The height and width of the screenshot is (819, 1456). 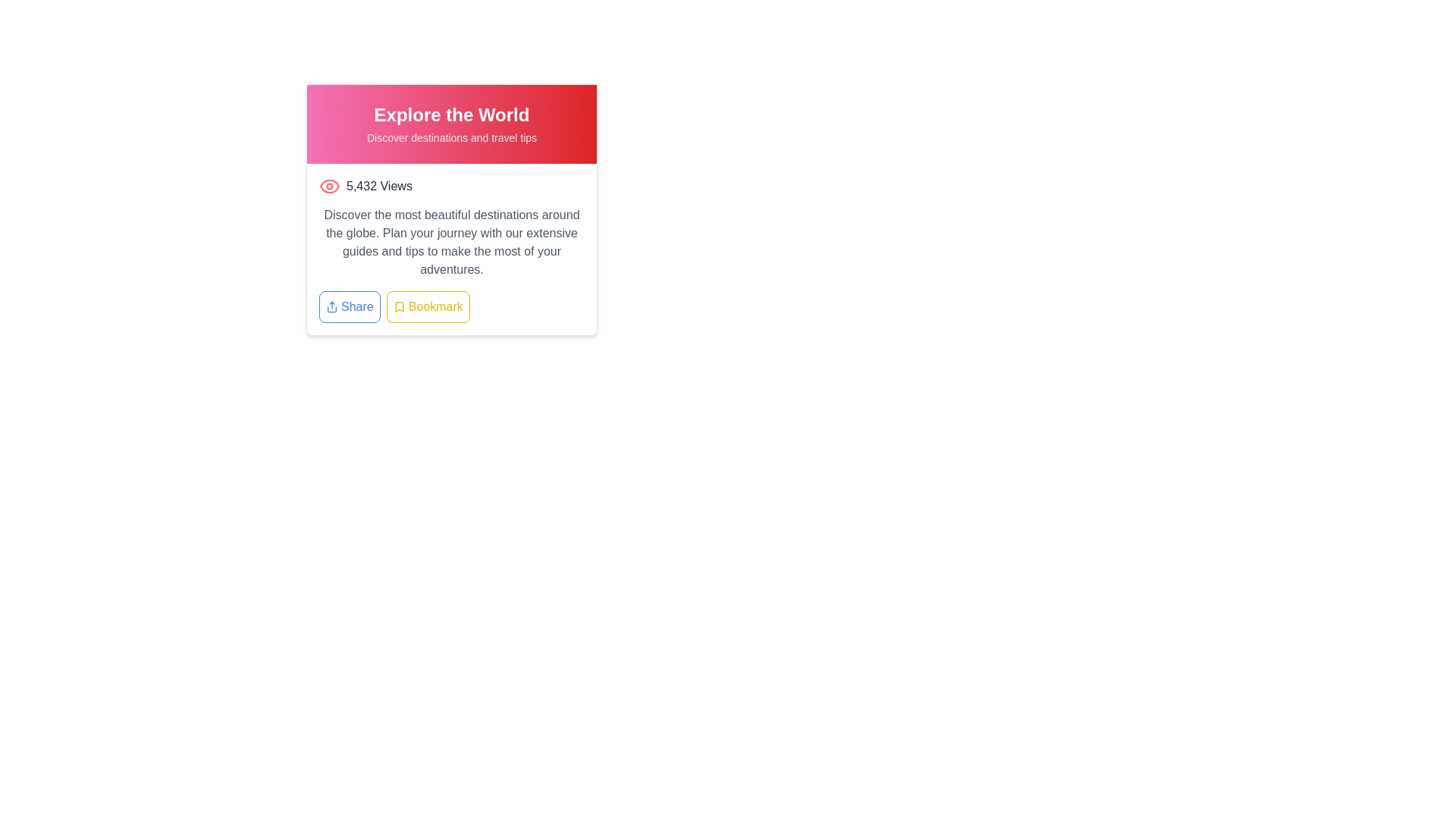 What do you see at coordinates (331, 307) in the screenshot?
I see `the sharing icon located to the left of the 'Share' button at the bottom-left of the card component` at bounding box center [331, 307].